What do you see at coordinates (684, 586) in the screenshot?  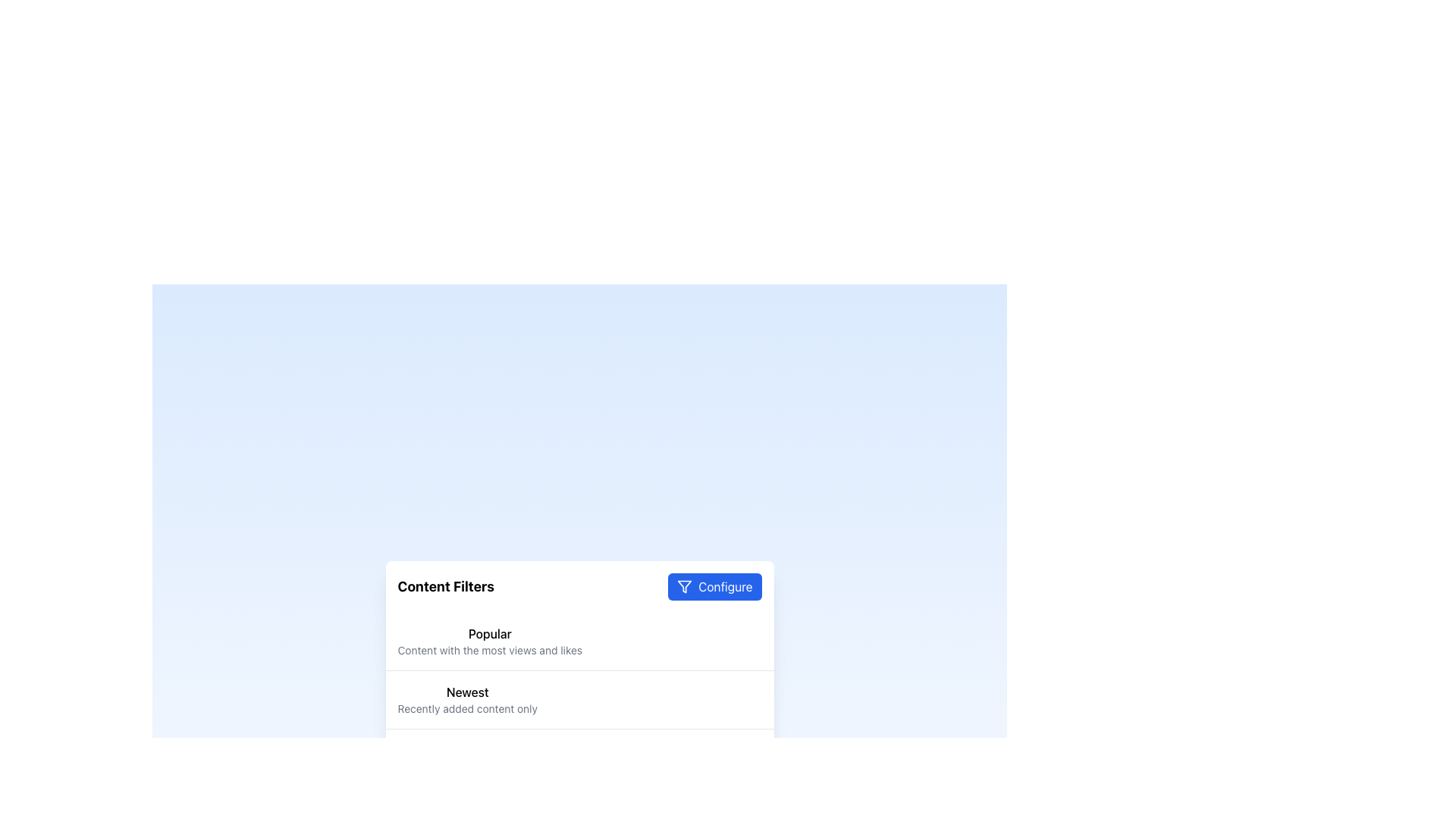 I see `the filter icon located within the 'Configure' button in the upper-right corner of the 'Content Filters' card` at bounding box center [684, 586].